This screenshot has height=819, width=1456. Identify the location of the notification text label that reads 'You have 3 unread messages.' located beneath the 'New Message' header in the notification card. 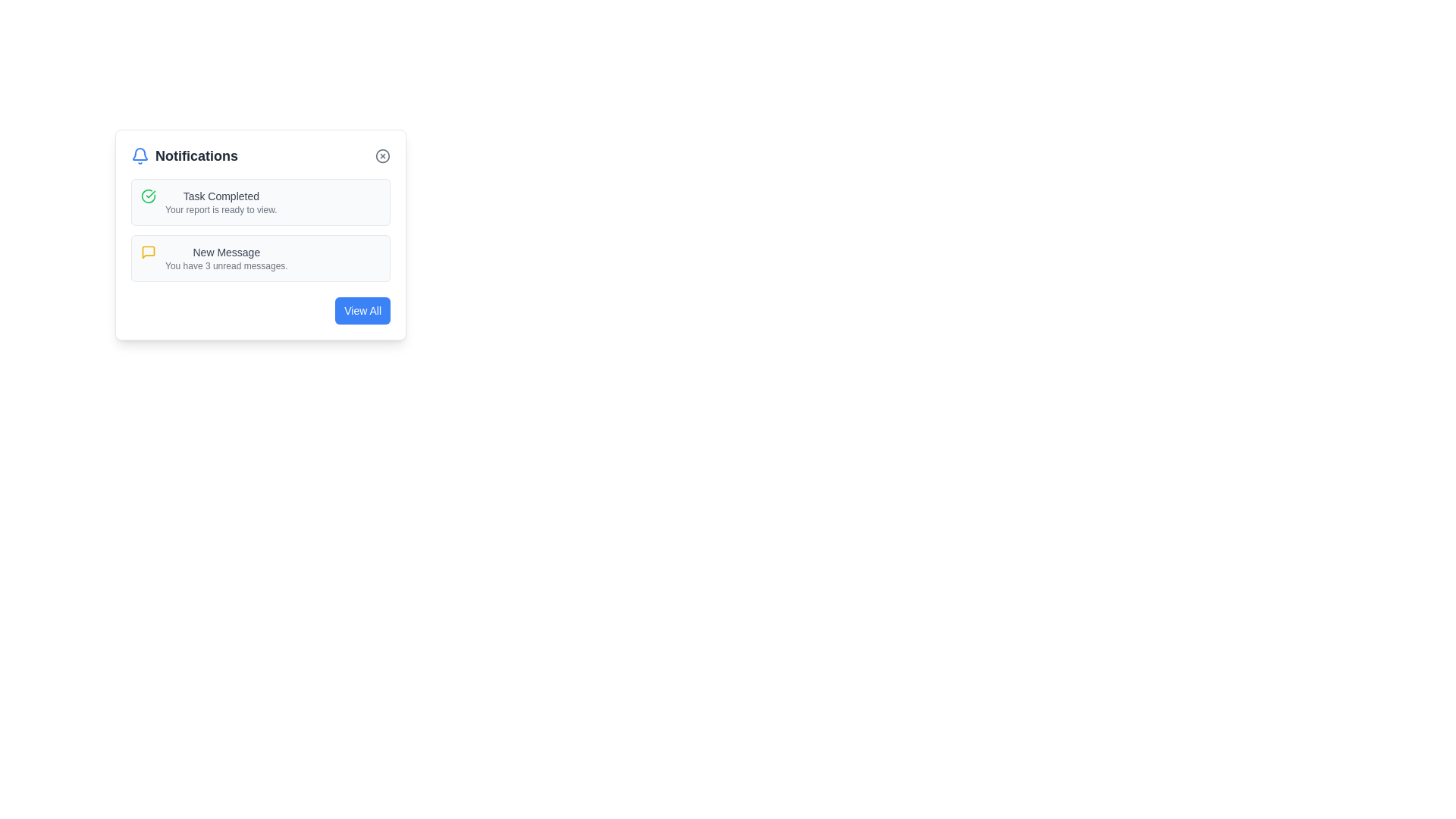
(225, 265).